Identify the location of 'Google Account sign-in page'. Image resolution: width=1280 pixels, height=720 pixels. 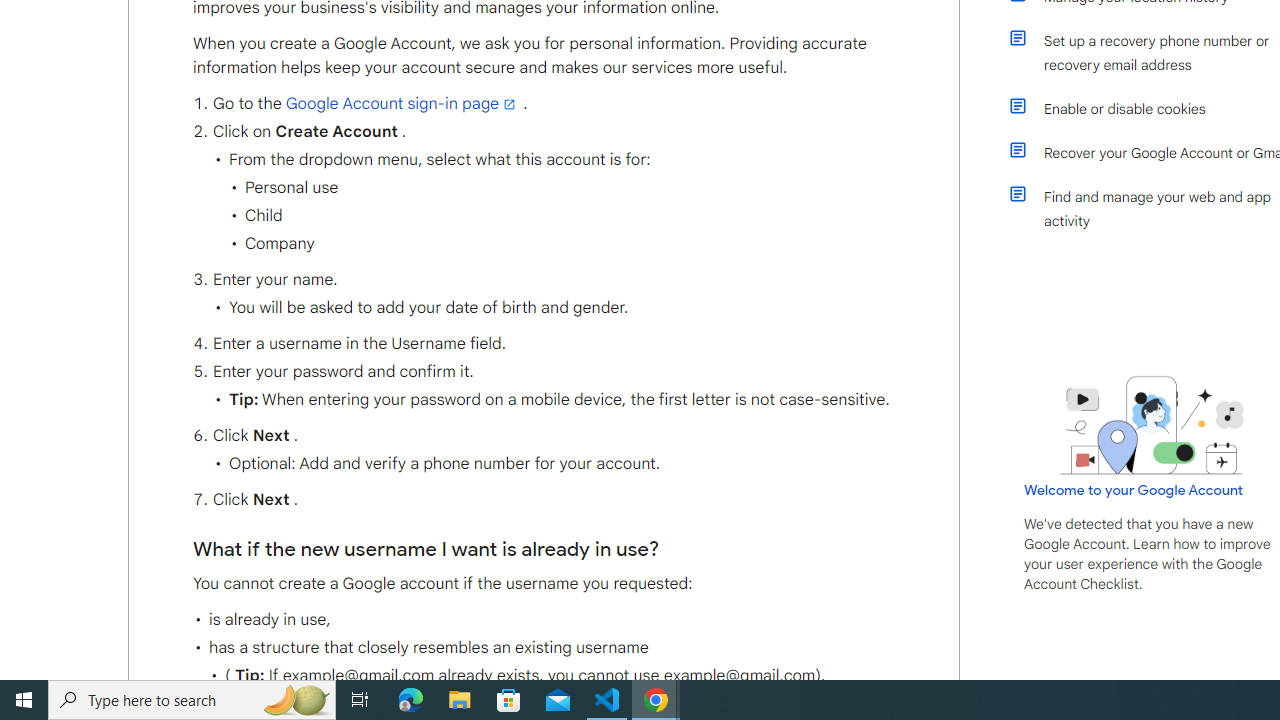
(401, 104).